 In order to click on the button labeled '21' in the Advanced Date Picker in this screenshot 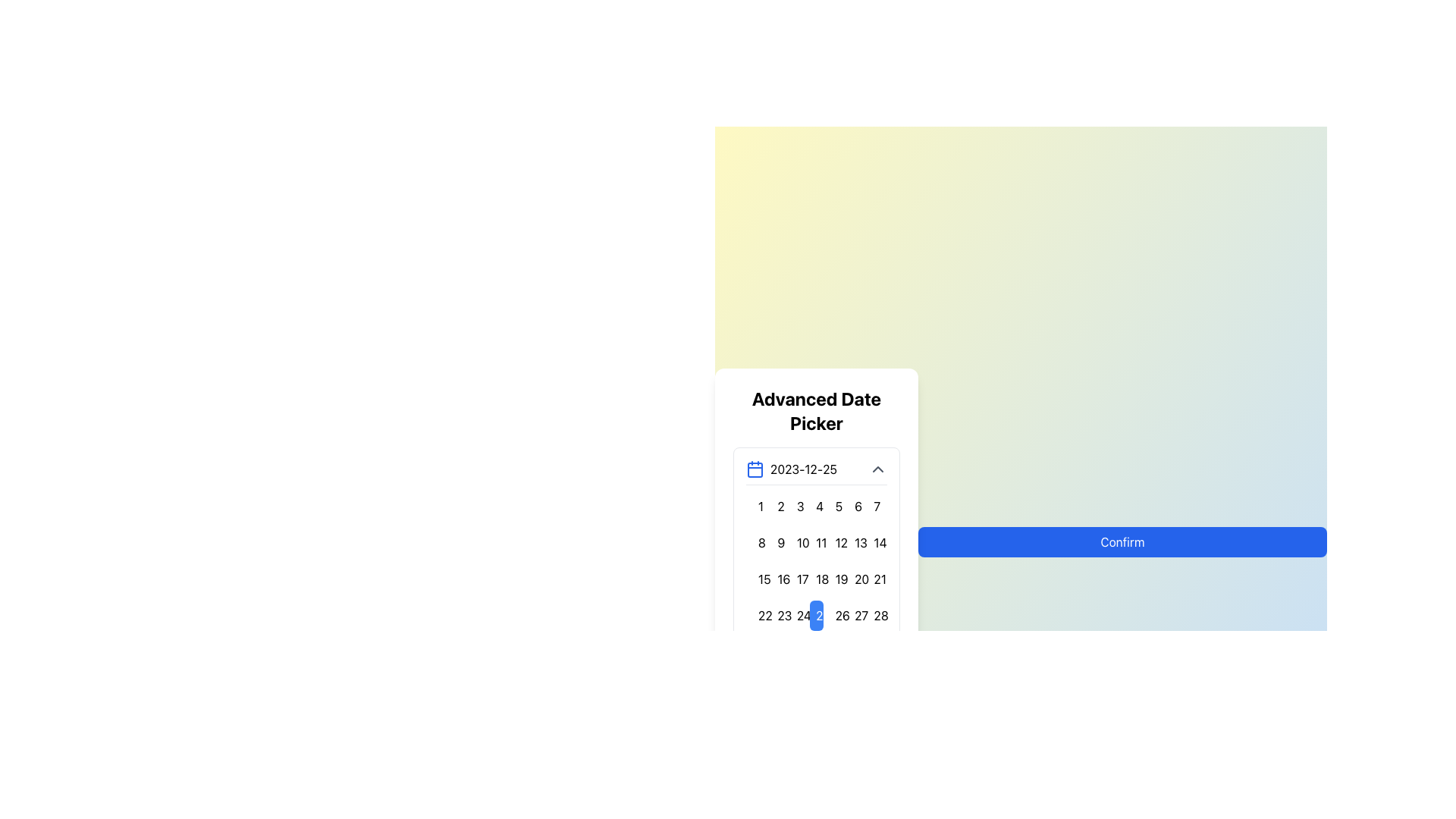, I will do `click(874, 579)`.